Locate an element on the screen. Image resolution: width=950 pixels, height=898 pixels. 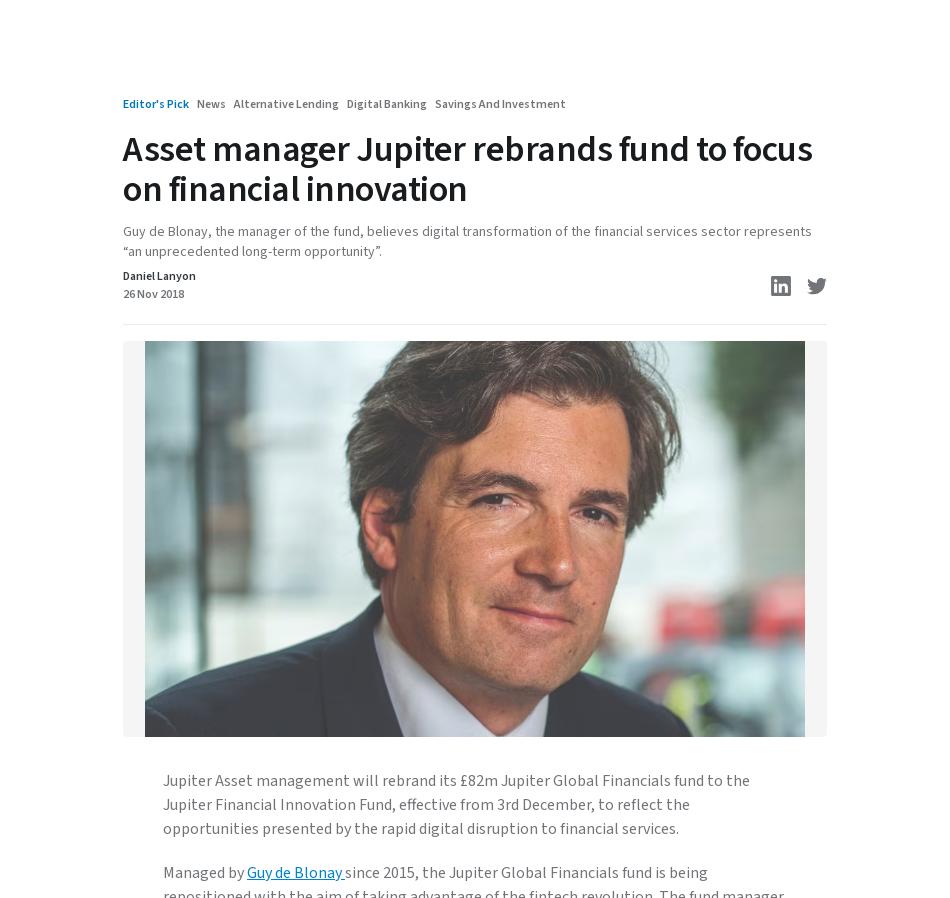
'Most Read' is located at coordinates (176, 541).